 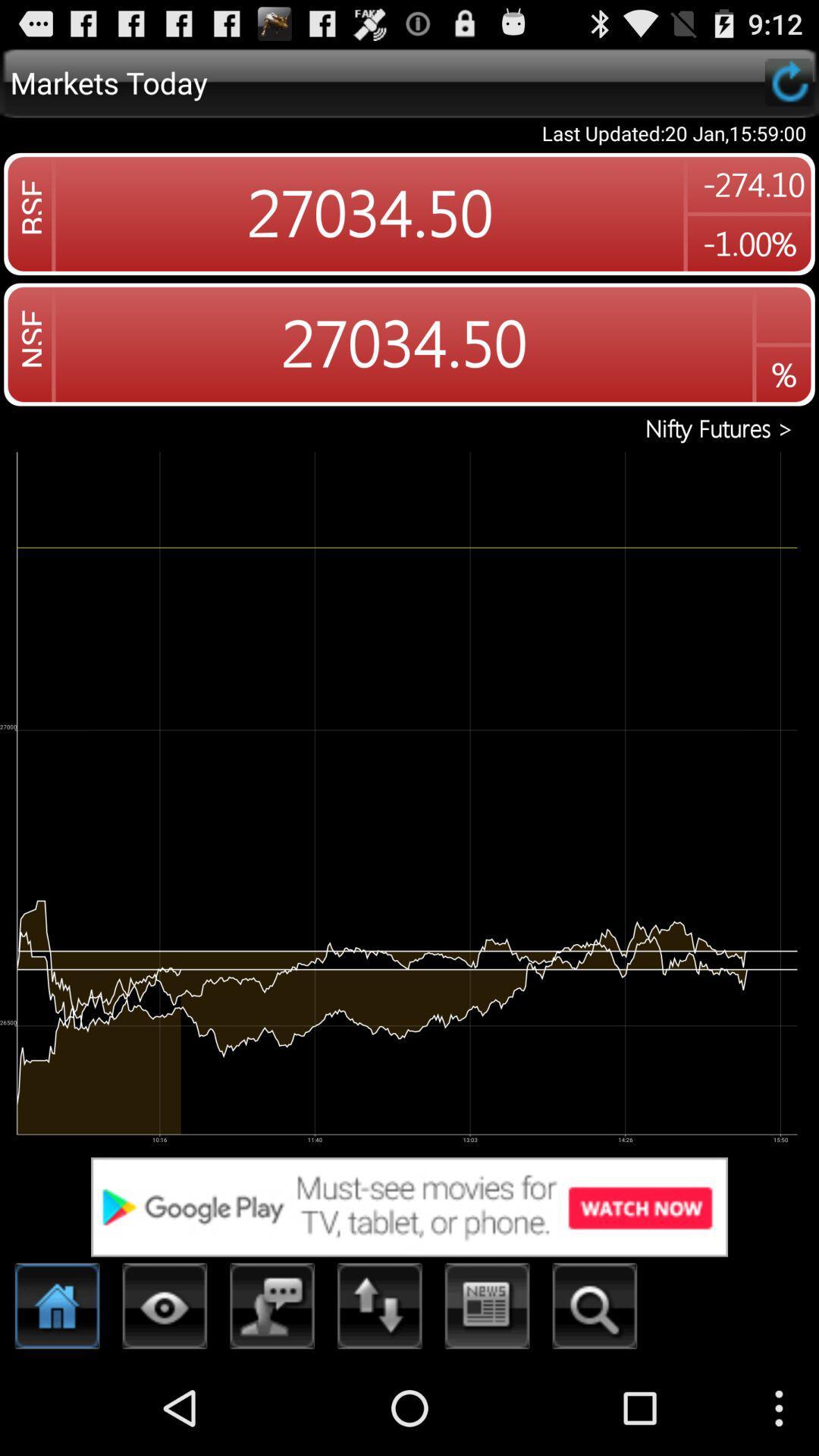 What do you see at coordinates (488, 1310) in the screenshot?
I see `caleanter` at bounding box center [488, 1310].